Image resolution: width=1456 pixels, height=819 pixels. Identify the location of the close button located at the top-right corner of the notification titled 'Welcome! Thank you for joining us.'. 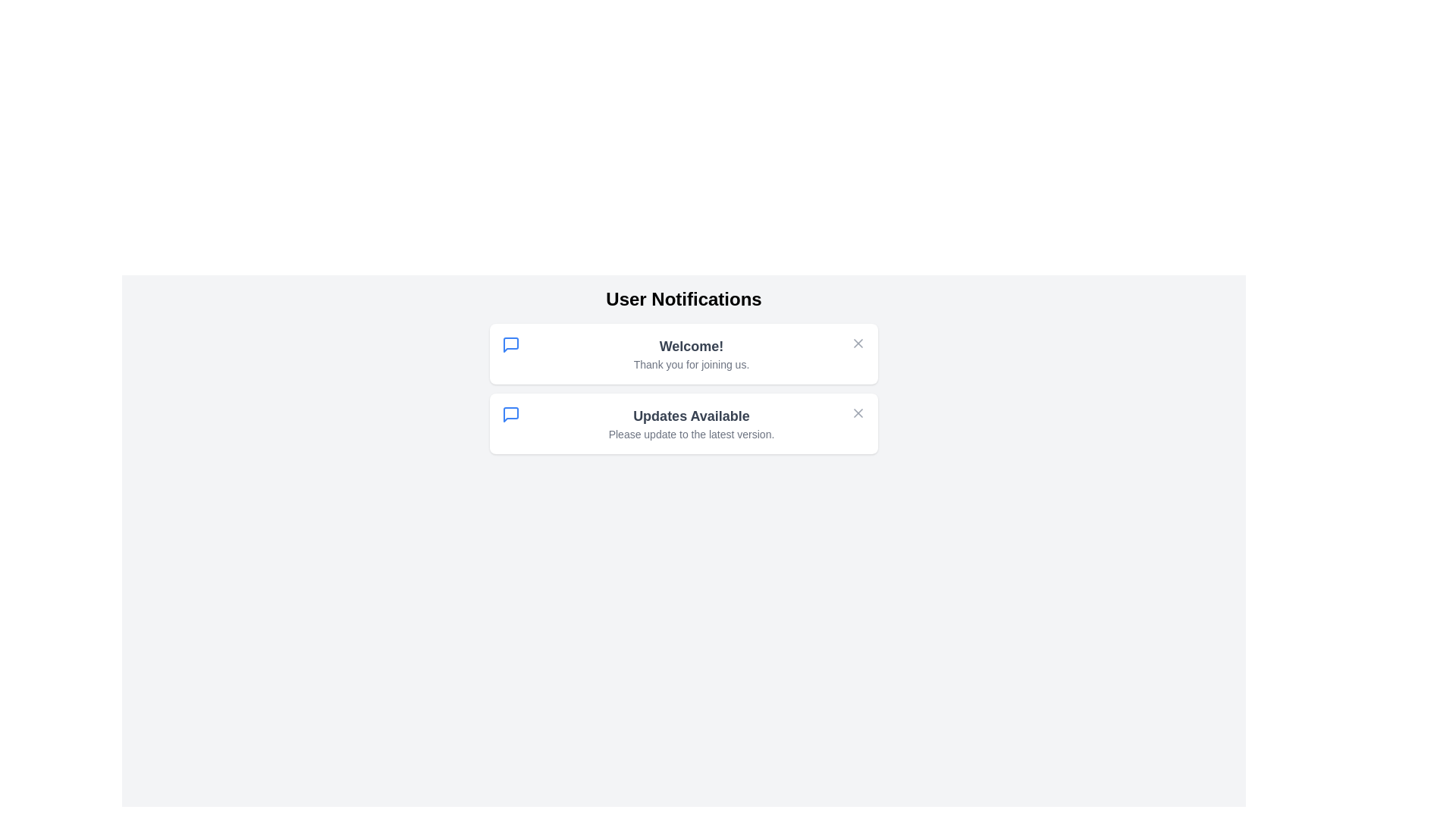
(858, 343).